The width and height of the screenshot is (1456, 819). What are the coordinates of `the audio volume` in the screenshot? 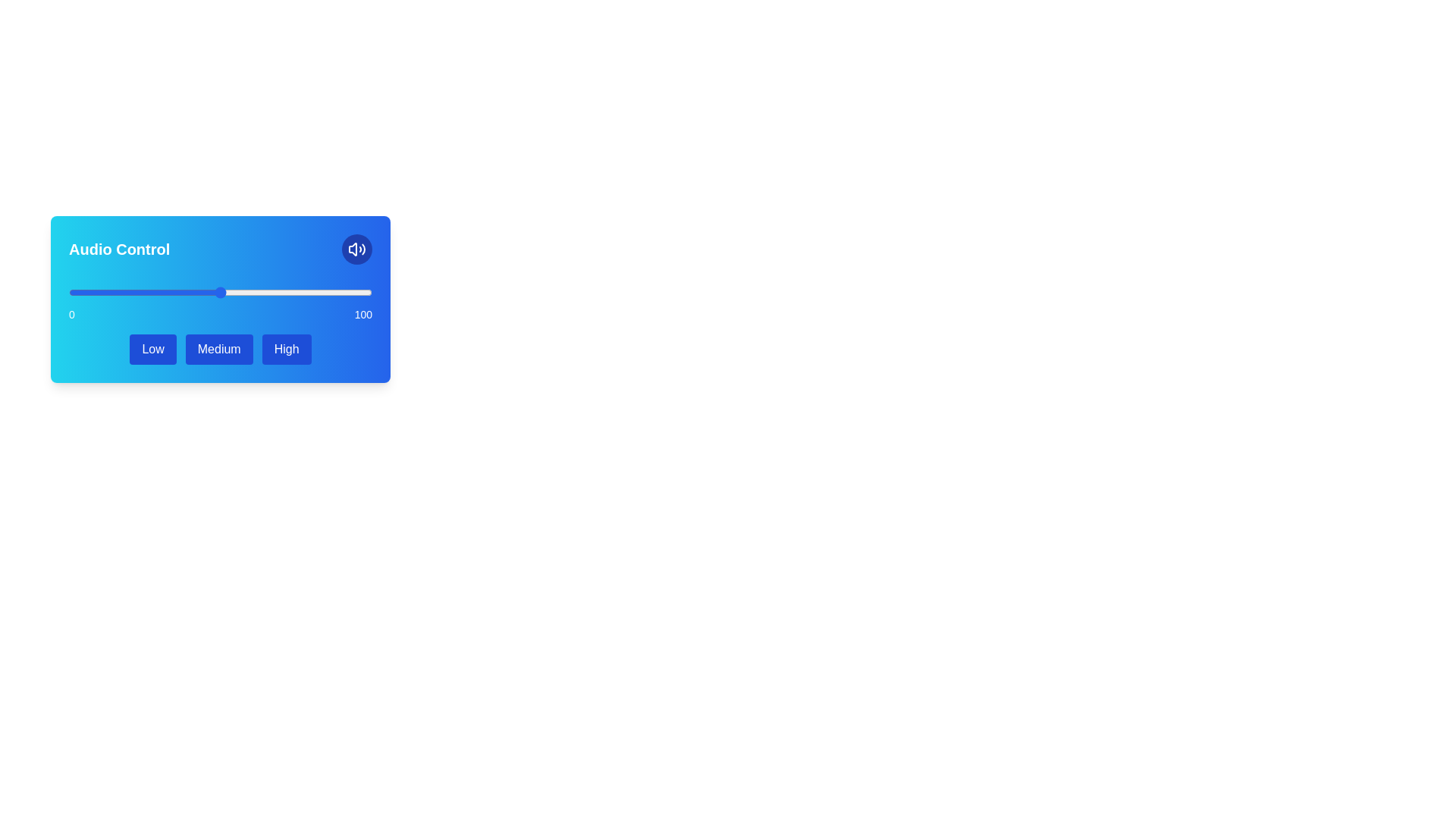 It's located at (251, 292).